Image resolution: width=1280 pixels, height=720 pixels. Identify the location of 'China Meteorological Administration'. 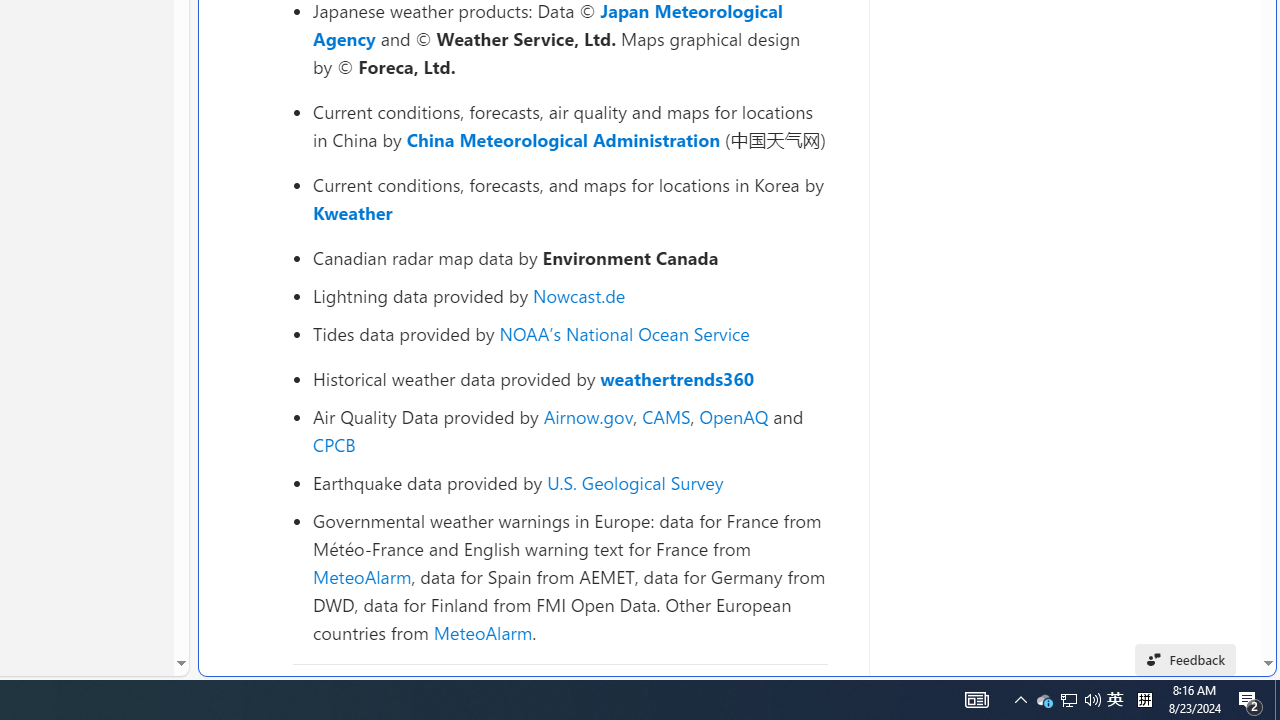
(562, 139).